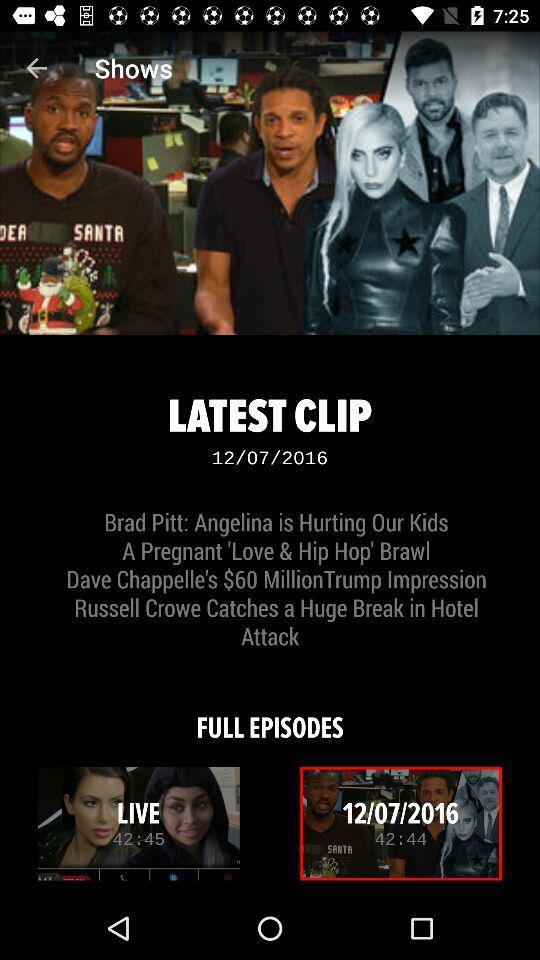  What do you see at coordinates (36, 68) in the screenshot?
I see `item above the brad pitt angelina icon` at bounding box center [36, 68].